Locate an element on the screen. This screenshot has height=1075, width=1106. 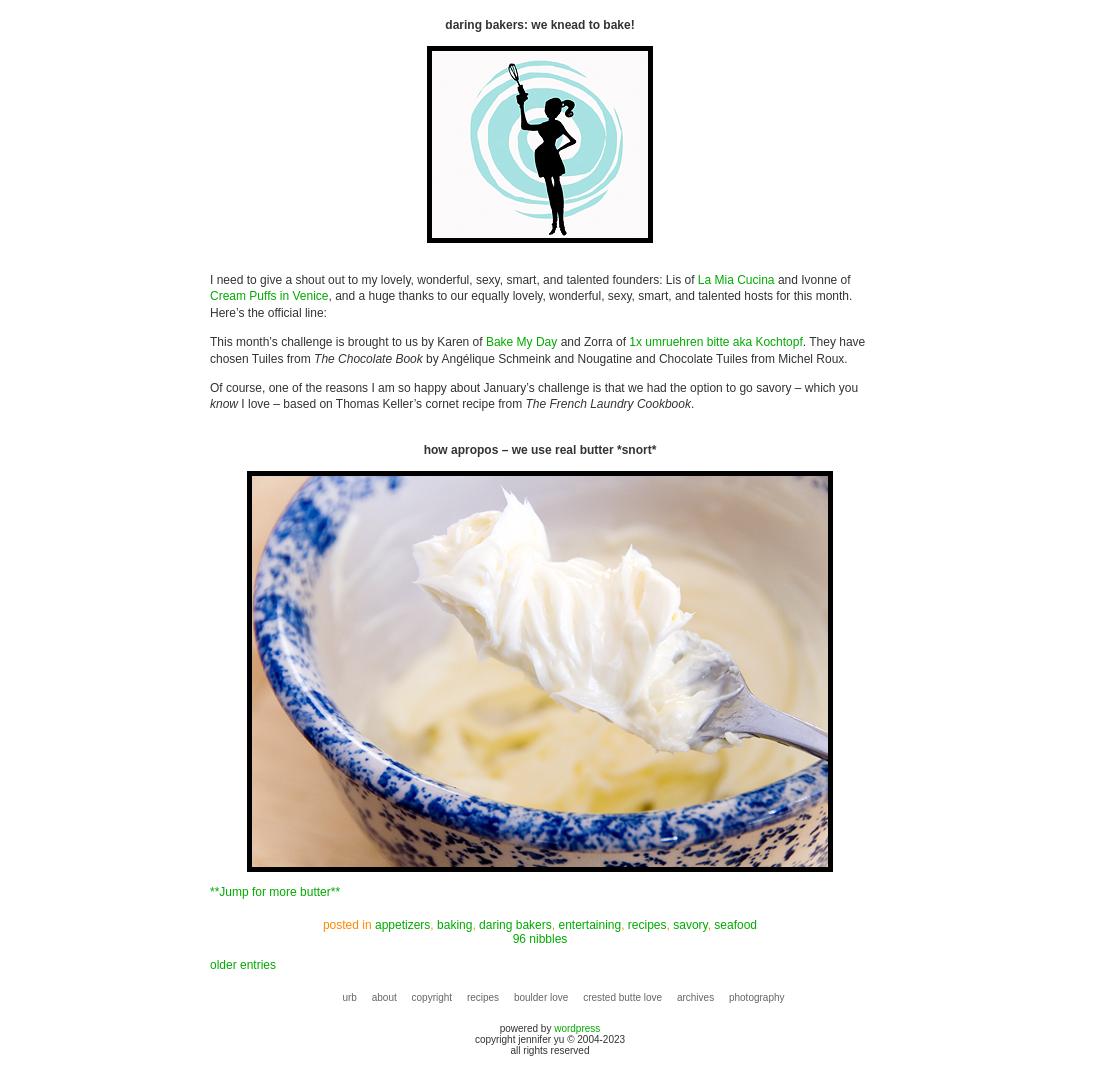
'posted in' is located at coordinates (347, 922).